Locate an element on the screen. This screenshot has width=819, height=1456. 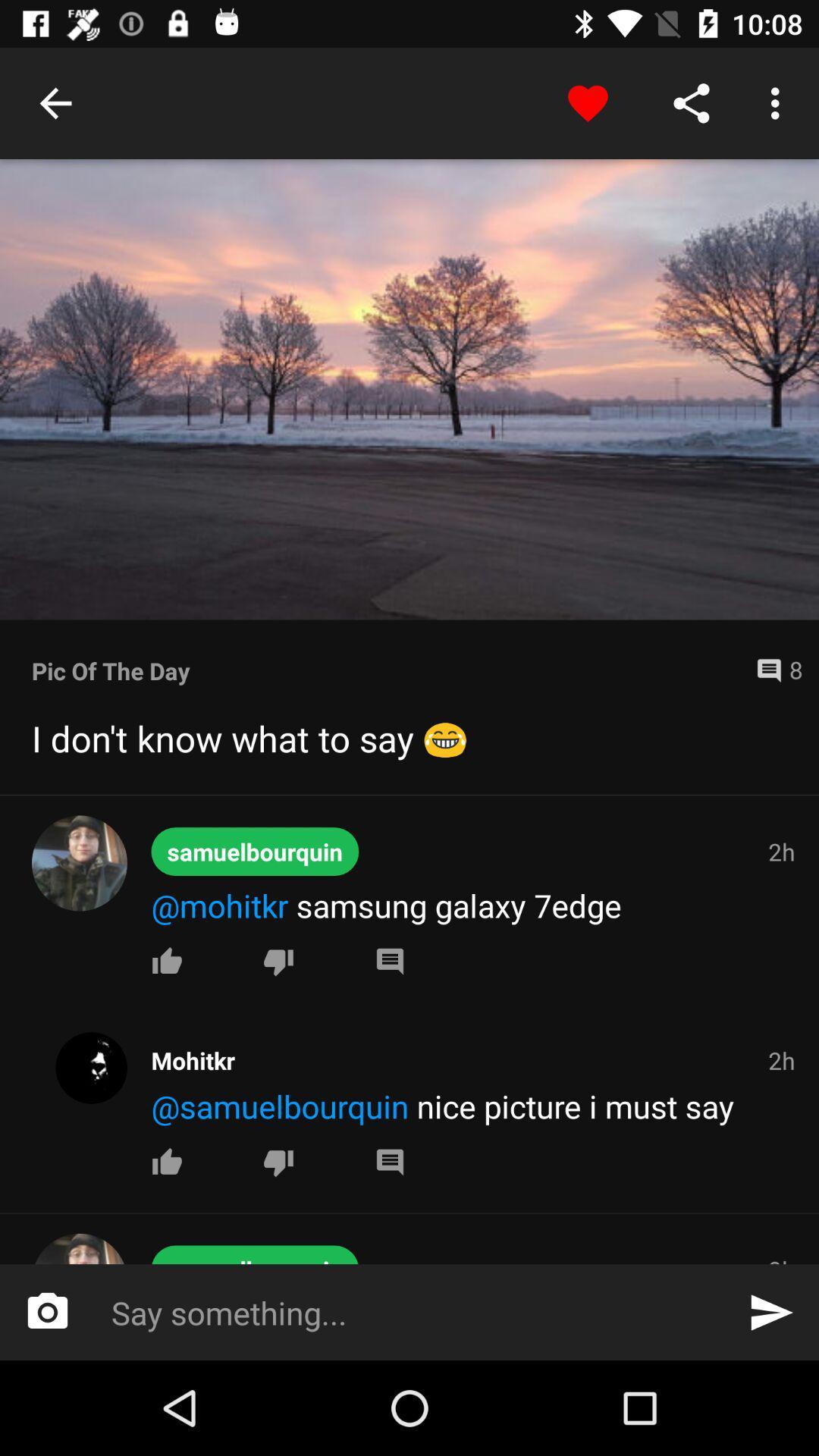
3h icon is located at coordinates (781, 1259).